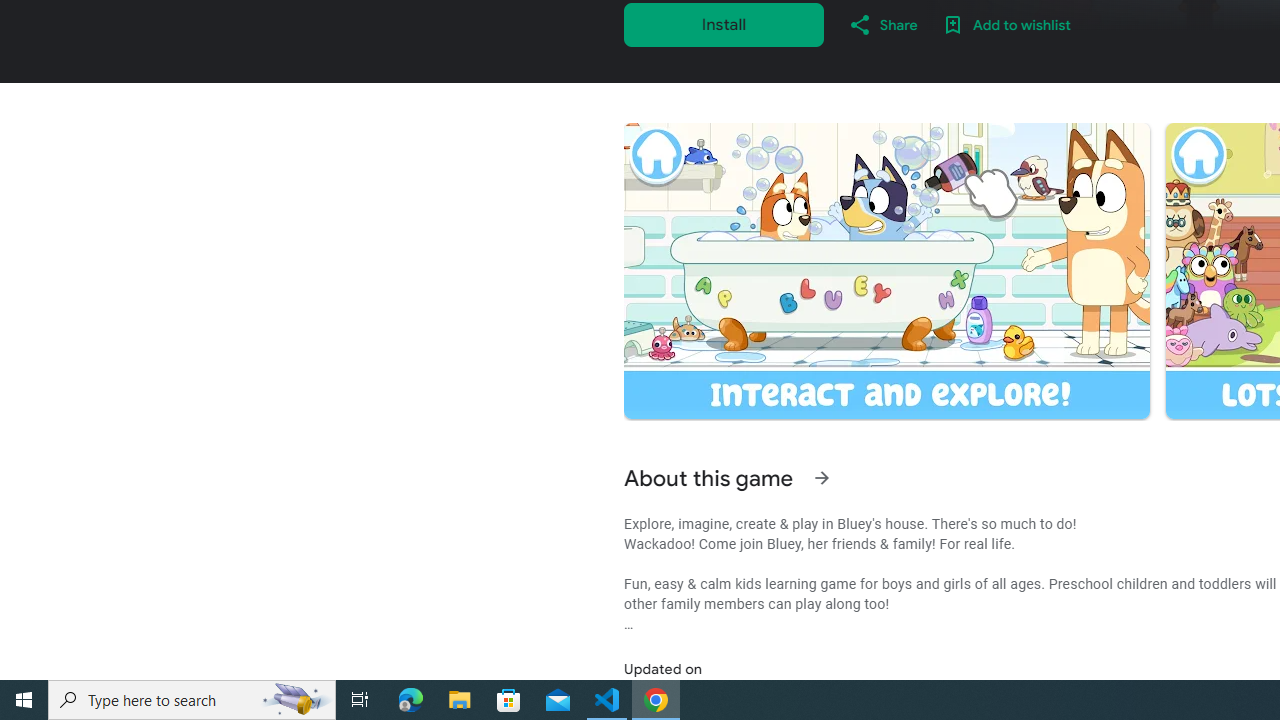 This screenshot has width=1280, height=720. What do you see at coordinates (880, 24) in the screenshot?
I see `'Share'` at bounding box center [880, 24].